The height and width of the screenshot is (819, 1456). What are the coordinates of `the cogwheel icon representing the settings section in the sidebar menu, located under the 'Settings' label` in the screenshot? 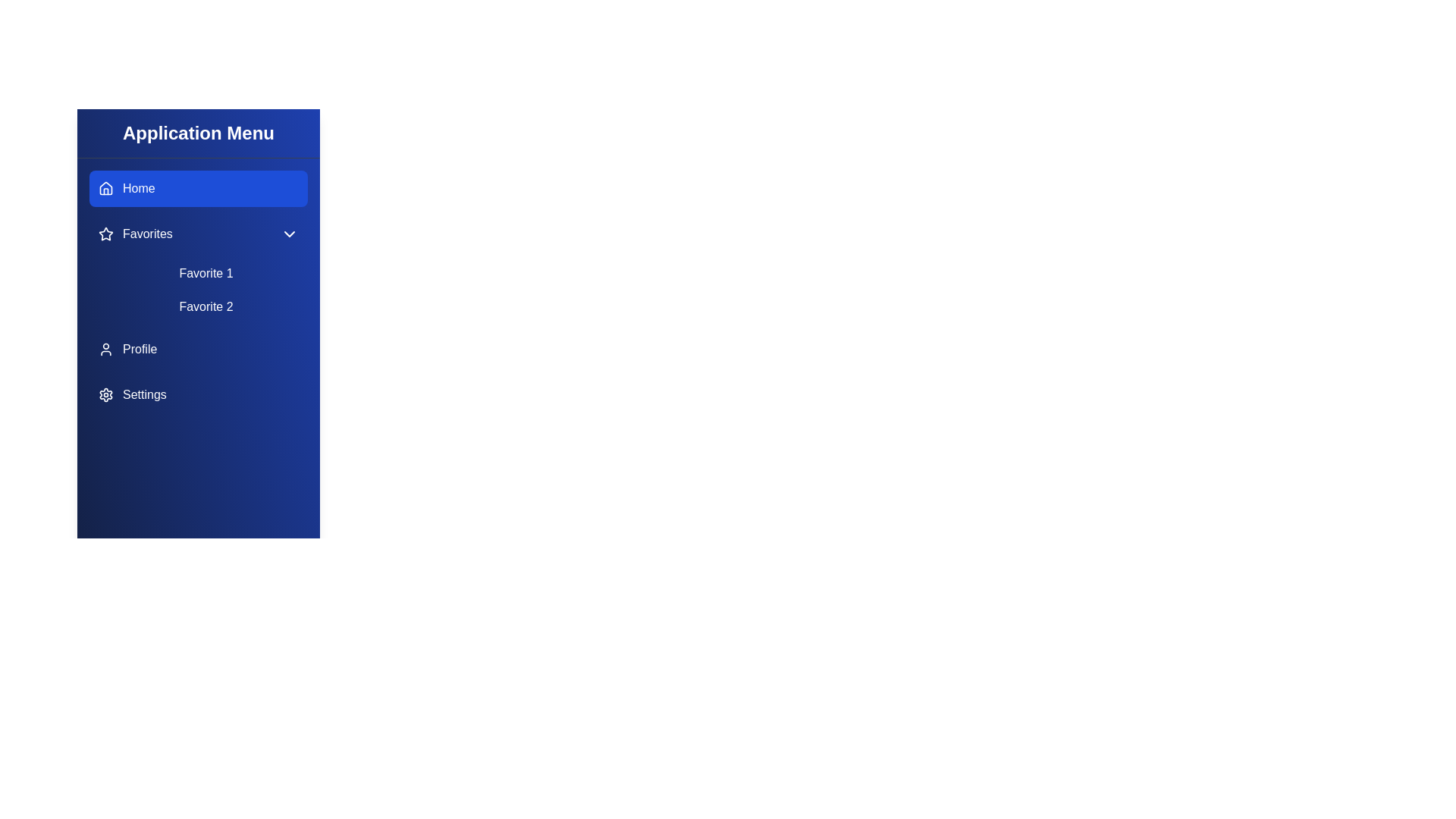 It's located at (105, 394).